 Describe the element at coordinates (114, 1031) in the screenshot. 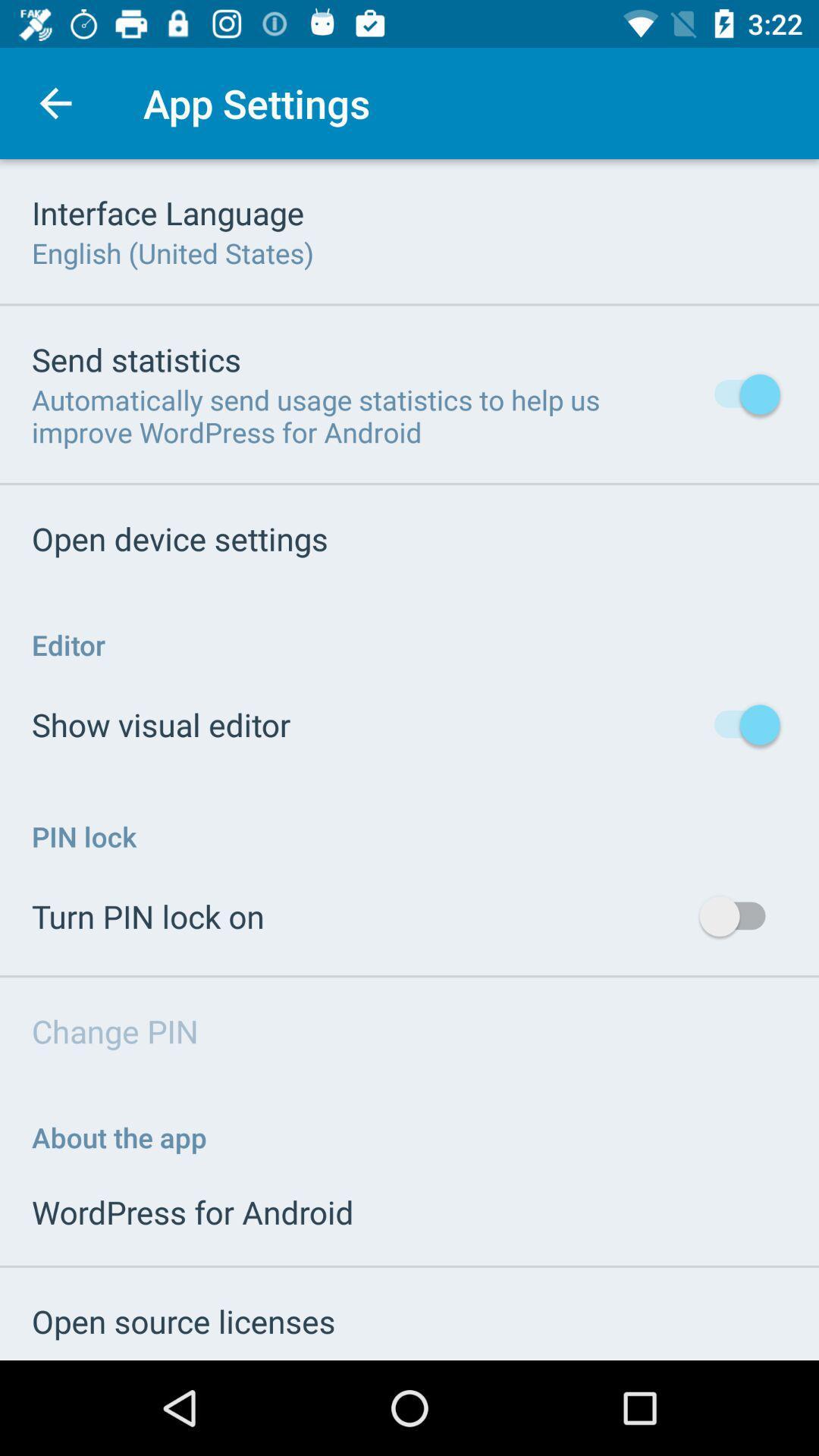

I see `the item below the turn pin lock icon` at that location.